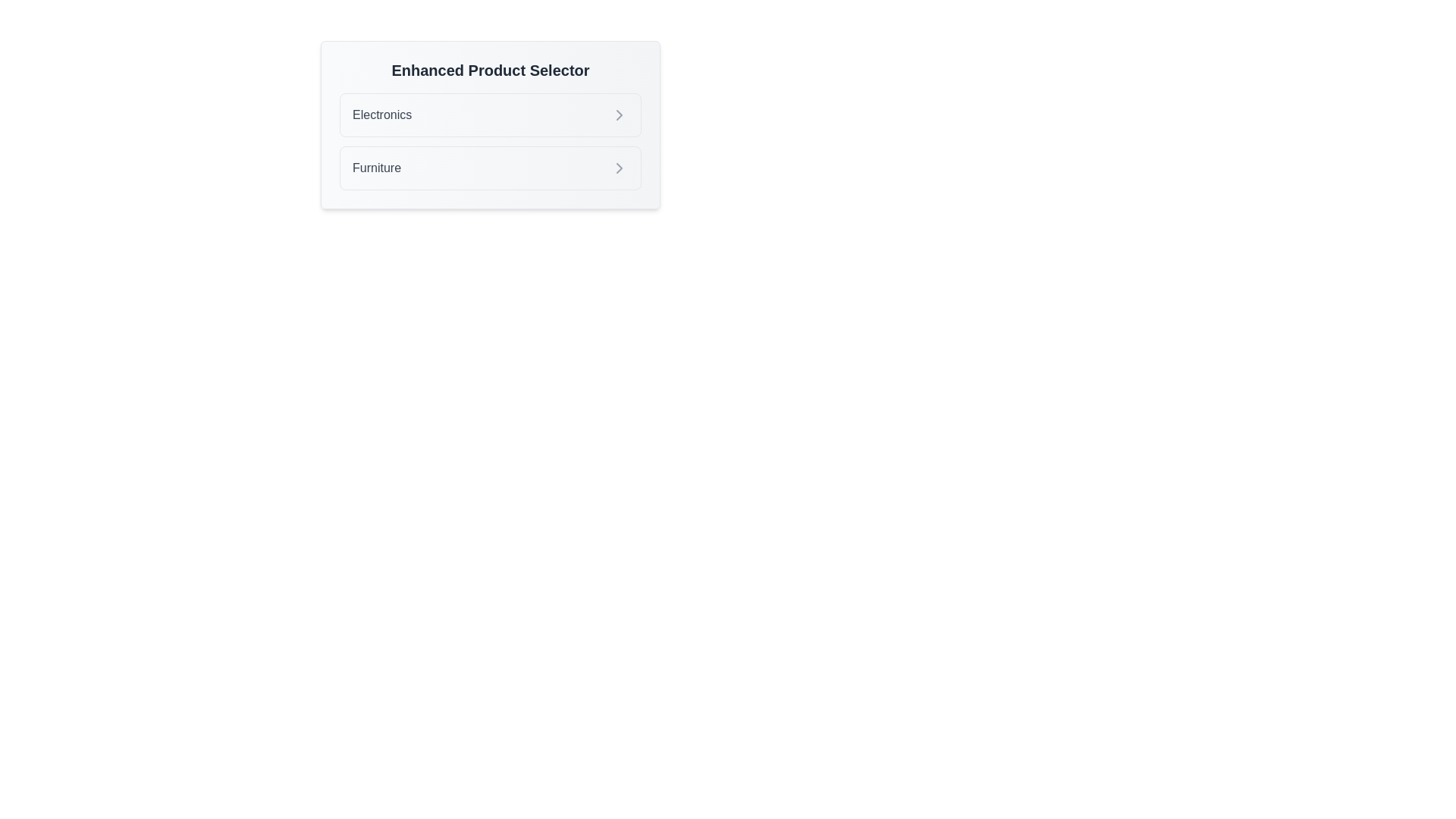 The height and width of the screenshot is (819, 1456). I want to click on the right-pointing chevron icon, which is part of the 'Electronics' option, so click(619, 114).